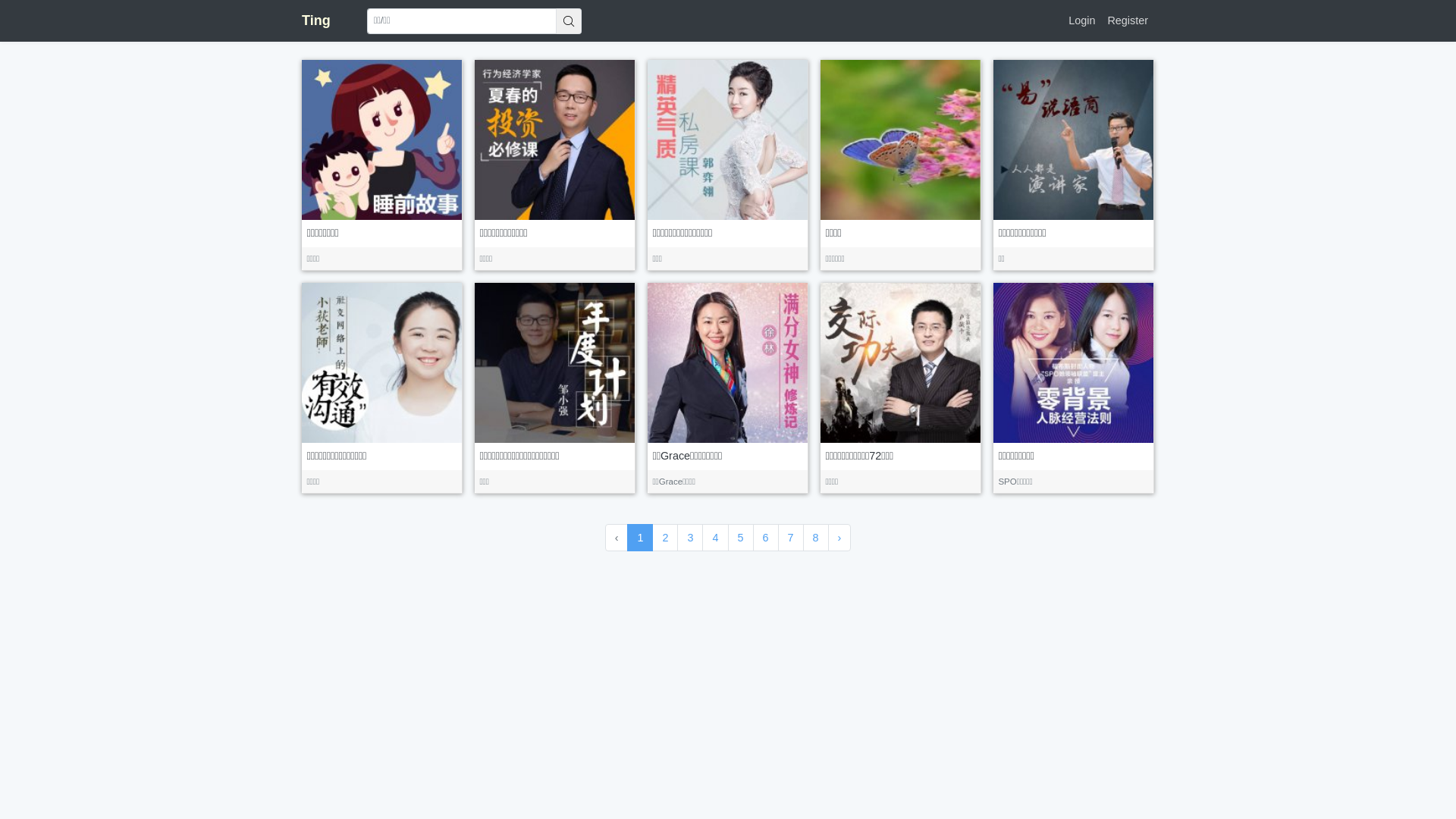 This screenshot has width=1456, height=819. Describe the element at coordinates (676, 537) in the screenshot. I see `'3'` at that location.